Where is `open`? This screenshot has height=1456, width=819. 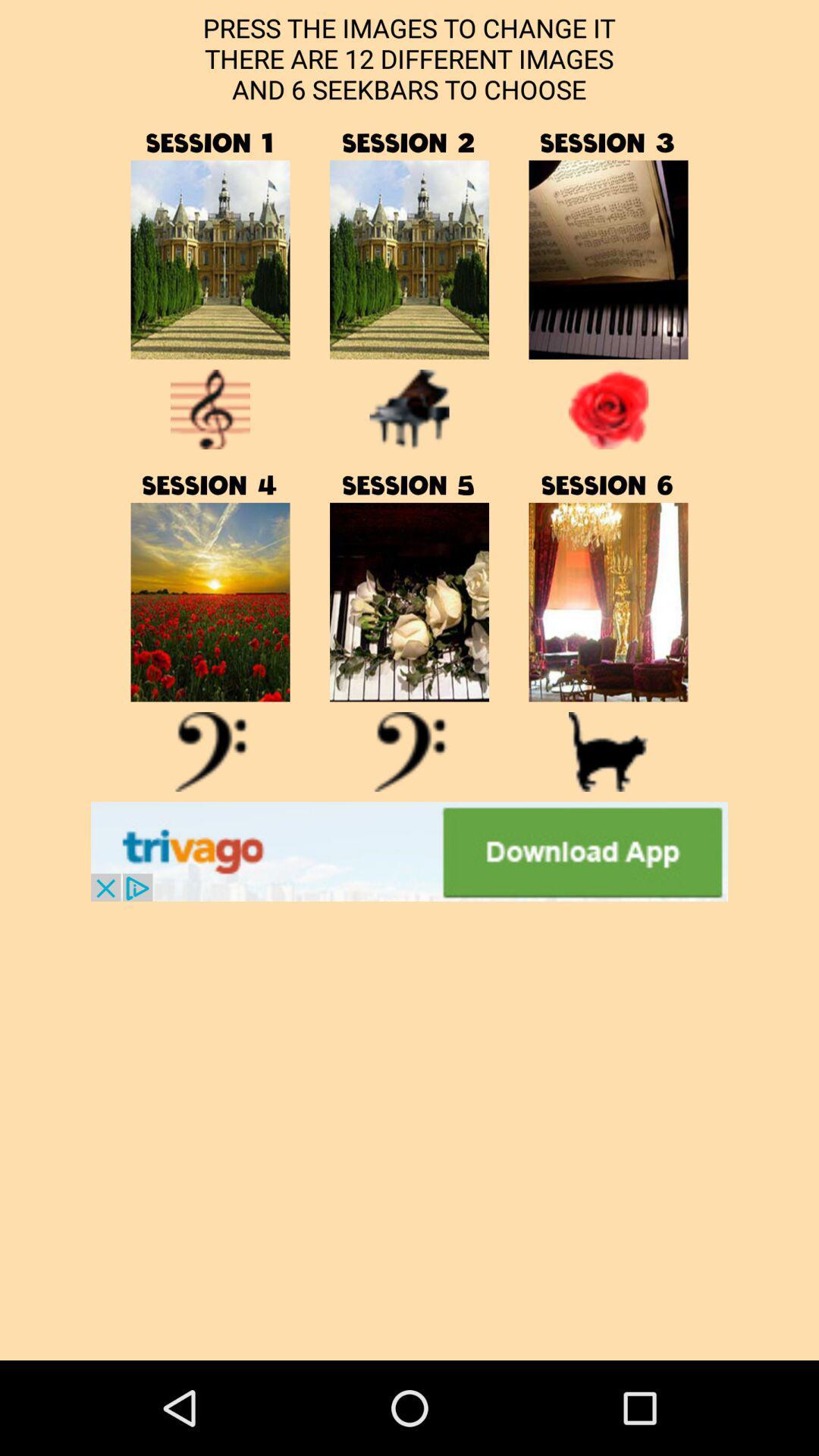 open is located at coordinates (607, 601).